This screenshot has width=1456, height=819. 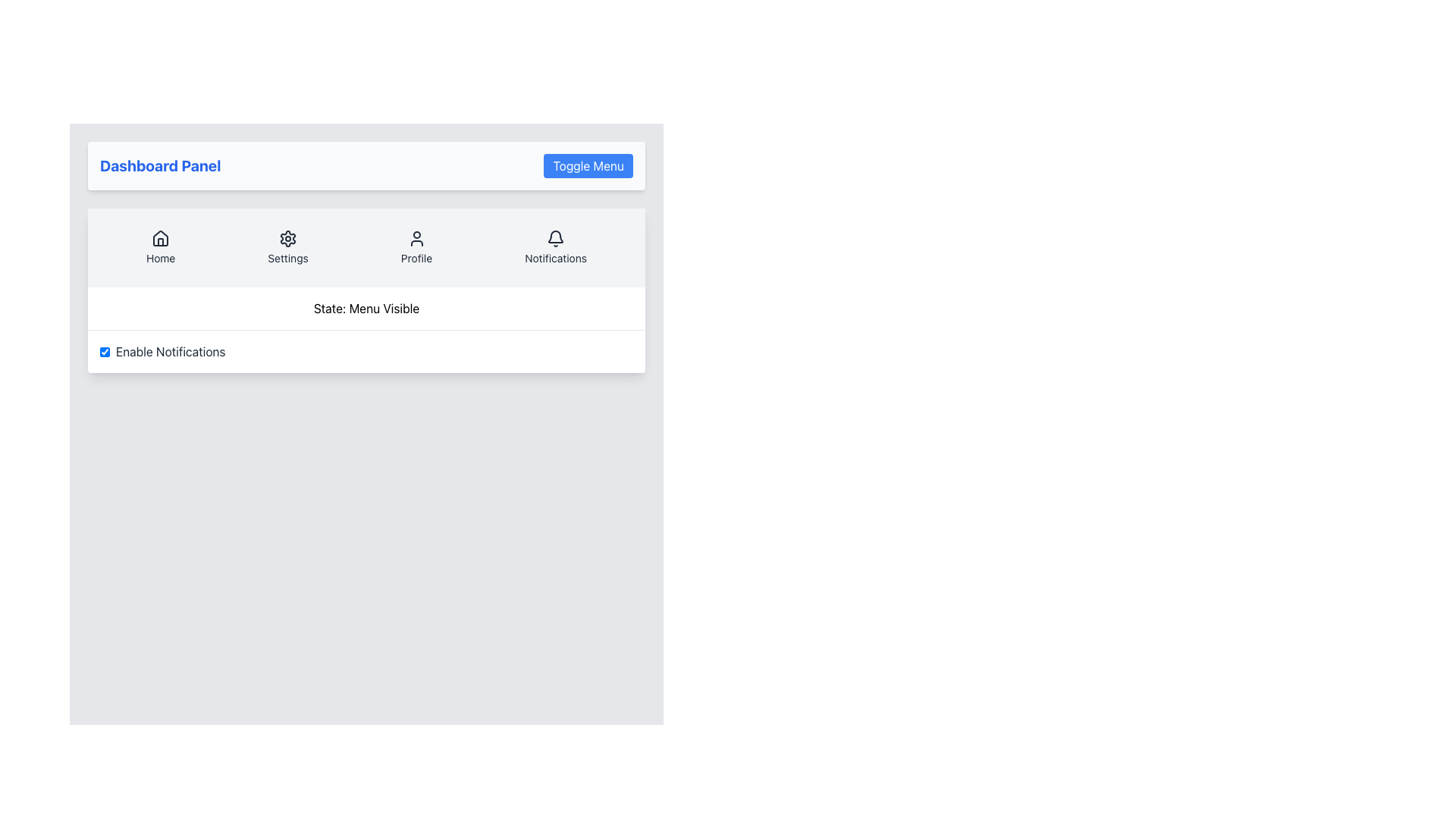 What do you see at coordinates (288, 257) in the screenshot?
I see `descriptive 'Settings' text label located in the navigation bar beneath the gear icon` at bounding box center [288, 257].